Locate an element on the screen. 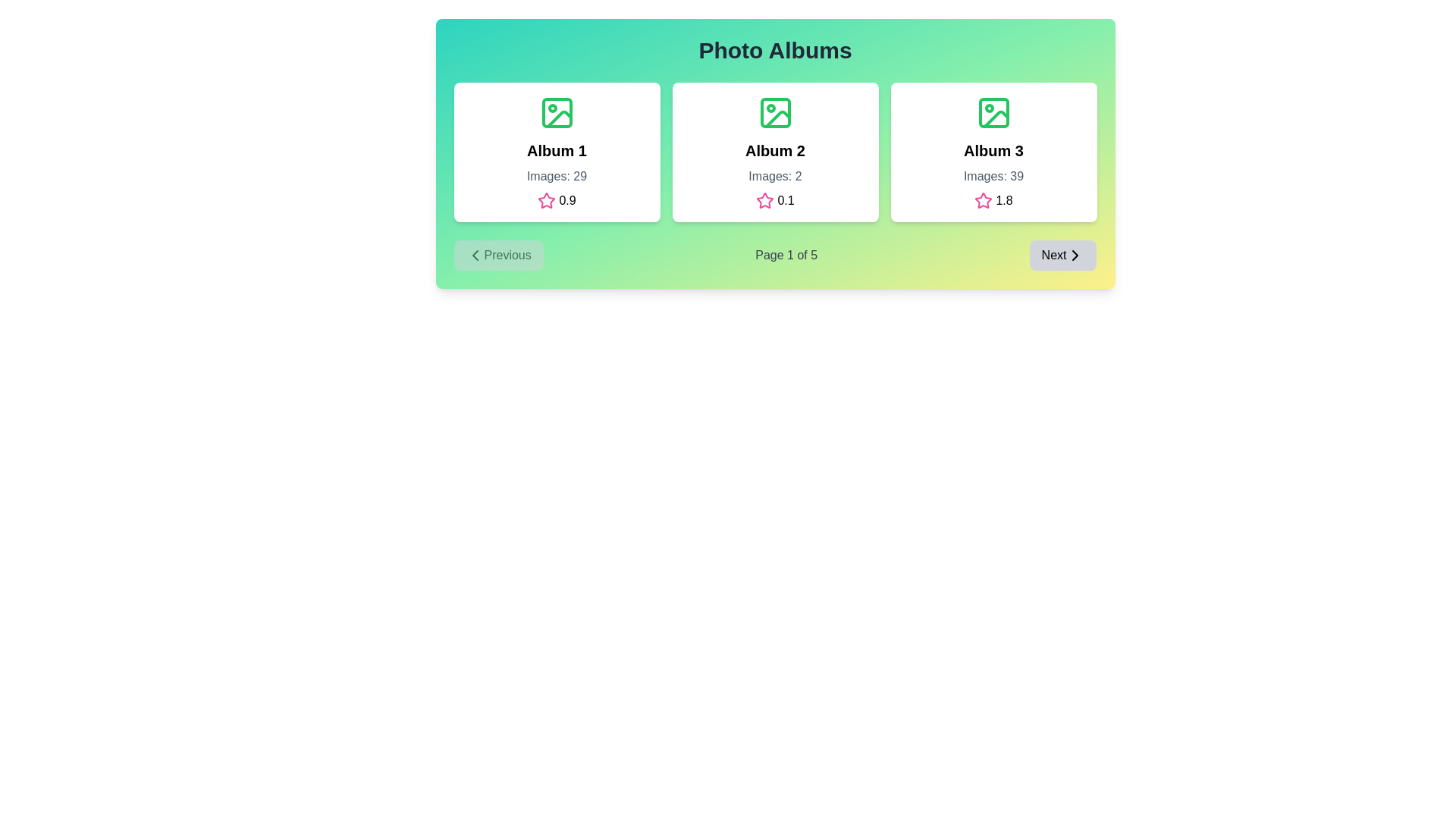 The image size is (1456, 819). the star rating icon located in the bottom-left corner of the Album 3 card, which is adjacent to the rating value of '1.8' is located at coordinates (984, 200).